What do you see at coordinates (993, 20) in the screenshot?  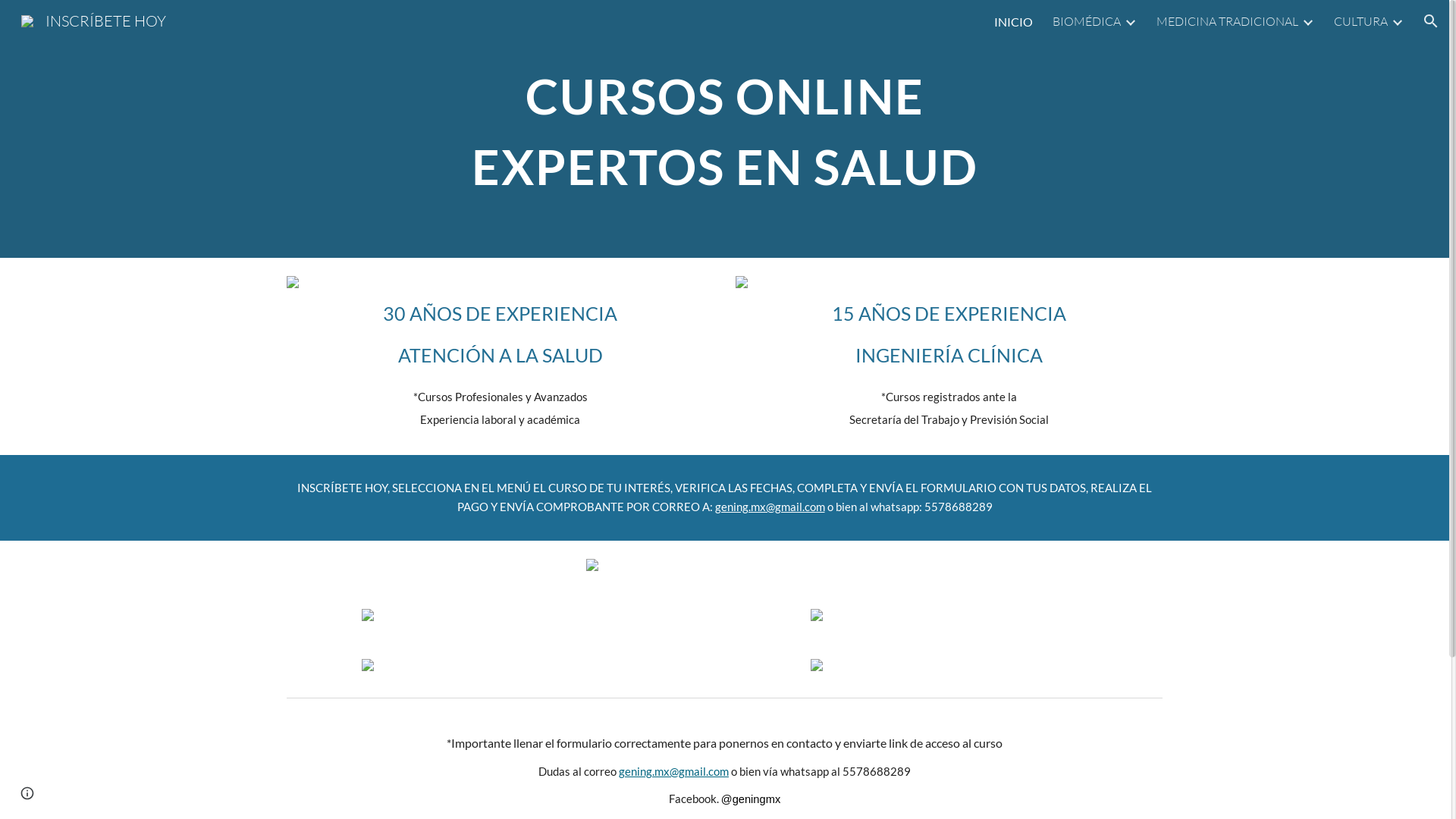 I see `'INICIO'` at bounding box center [993, 20].